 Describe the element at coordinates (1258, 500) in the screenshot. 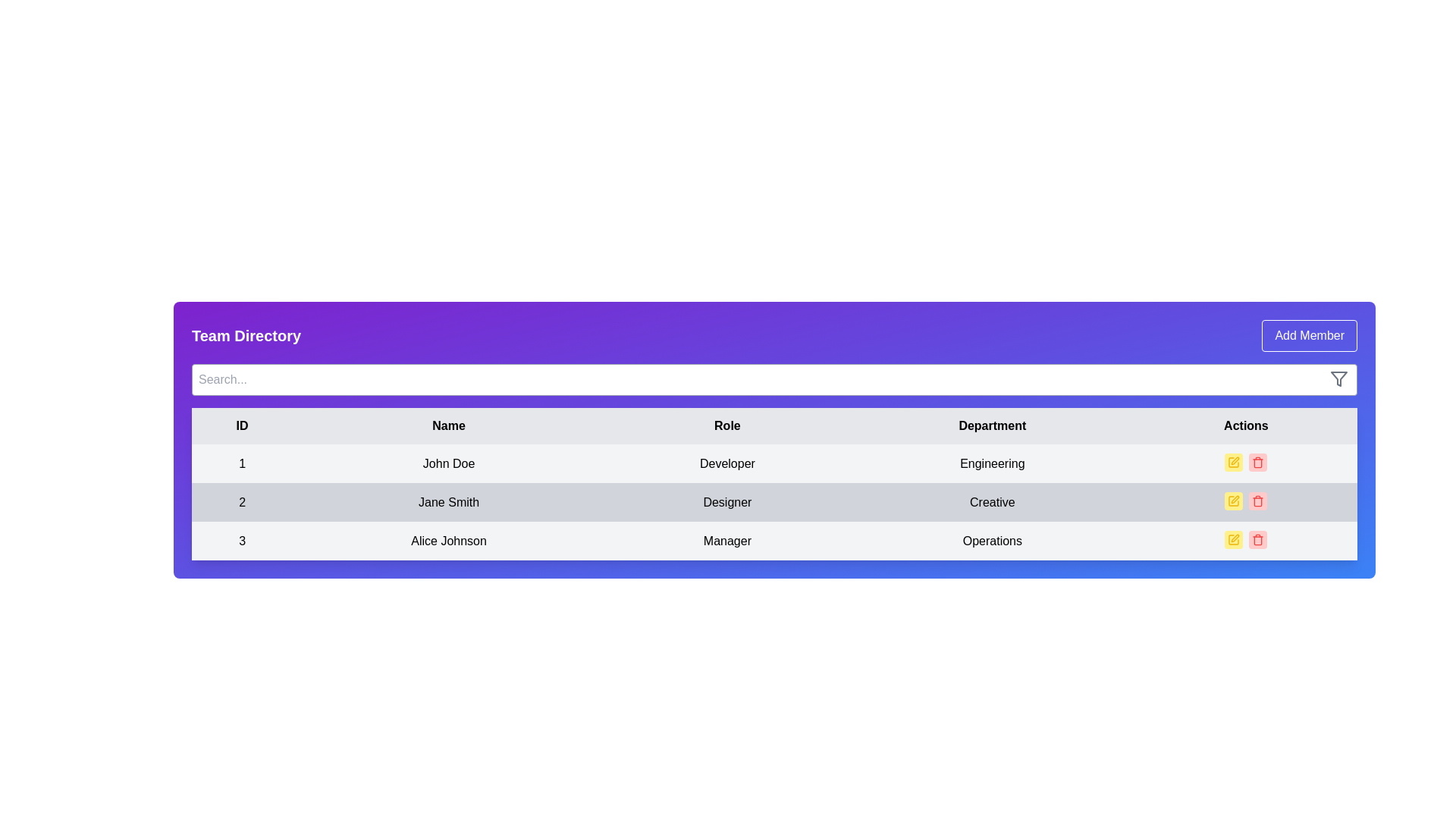

I see `the delete button located in the 'Actions' column of the second row of the table, corresponding to the entry 'Jane Smith'` at that location.